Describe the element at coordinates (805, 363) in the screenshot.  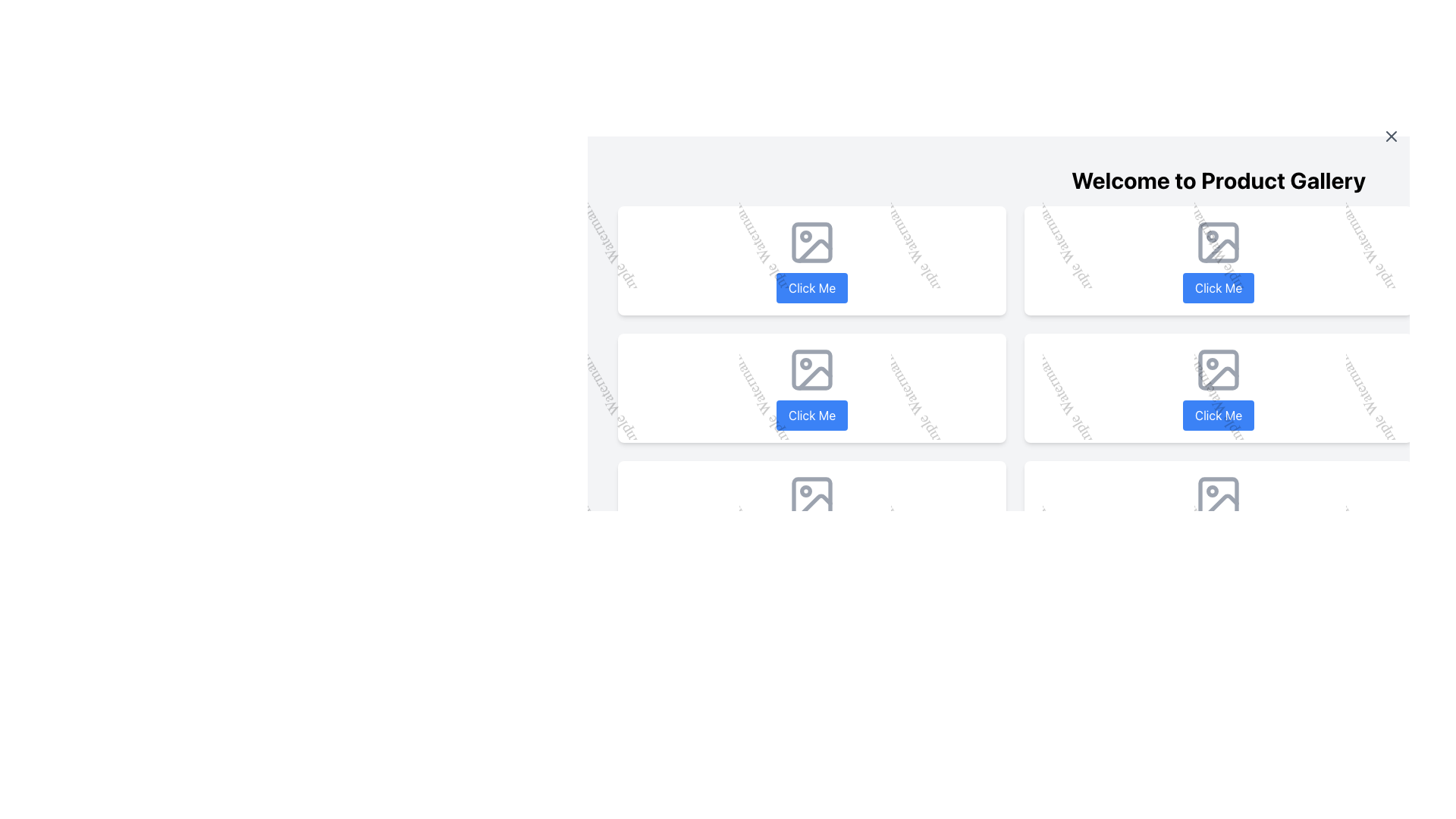
I see `the decorative graphic shape located in the second image placeholder of the second row in the grid layout` at that location.